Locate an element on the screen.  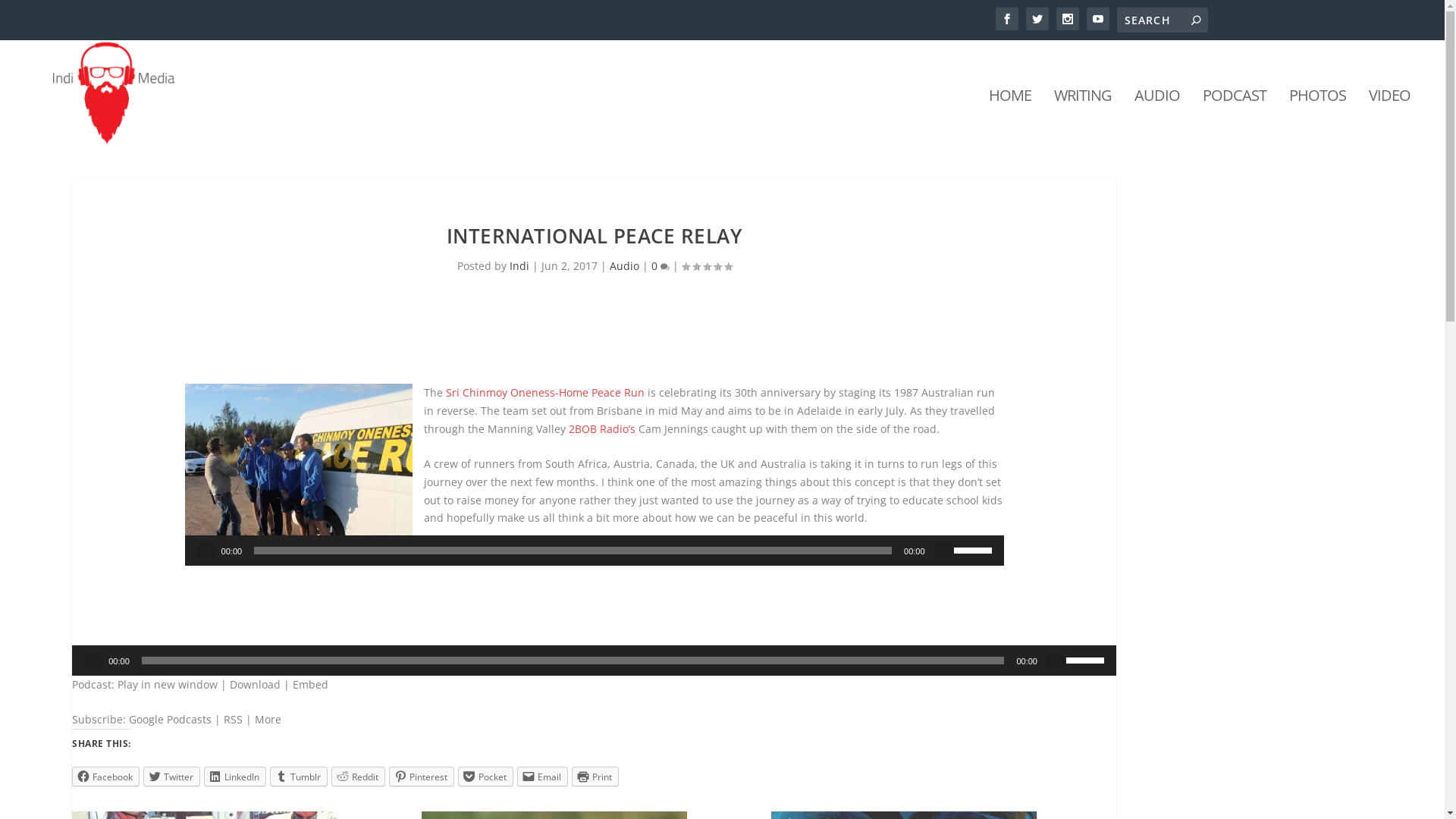
'Embed' is located at coordinates (309, 684).